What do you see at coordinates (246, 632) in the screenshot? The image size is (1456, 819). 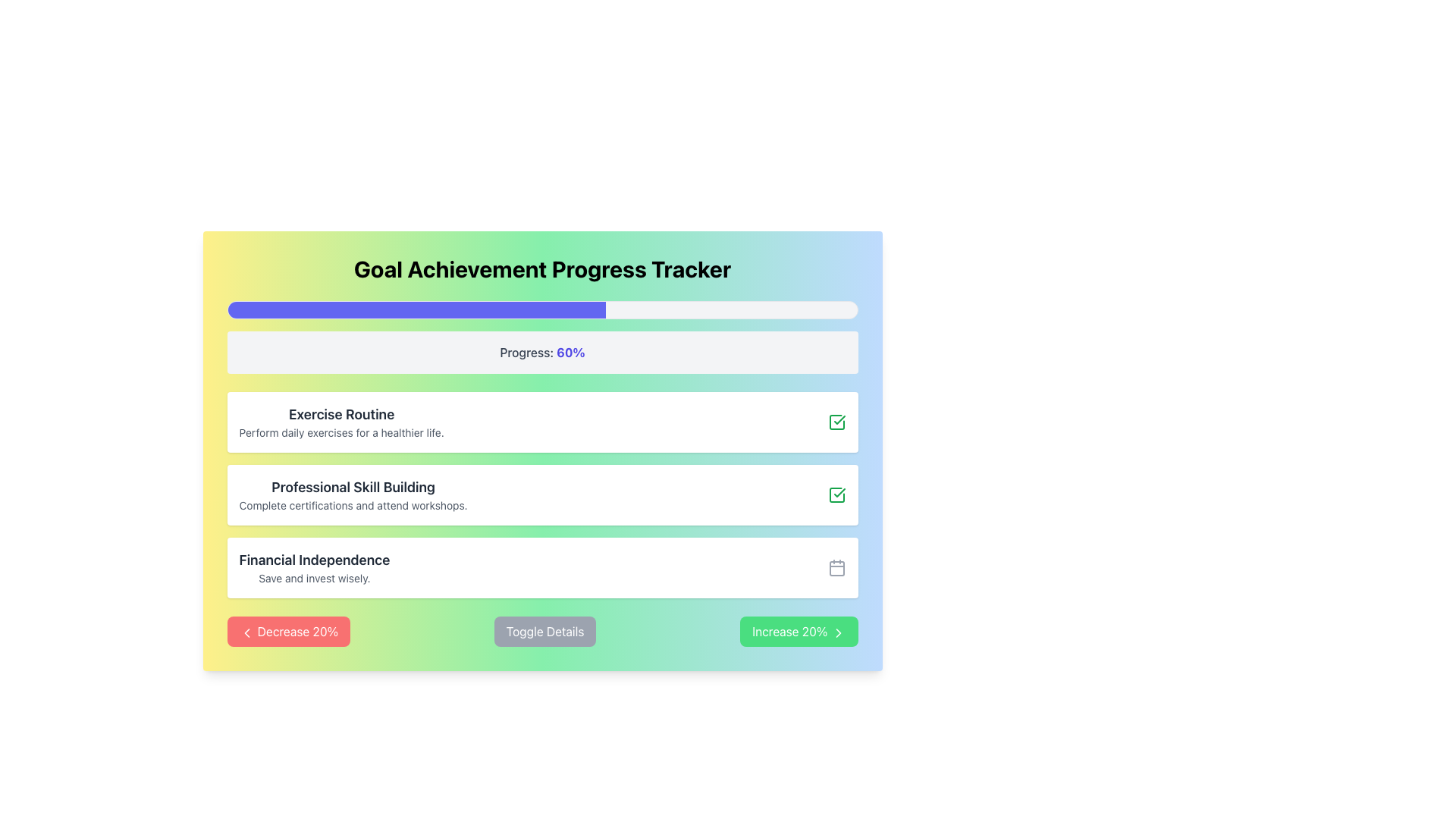 I see `the left-pointing chevron arrow icon, which is a simple SVG graphic with a transparent background located slightly to the left of center at the top of the interface` at bounding box center [246, 632].